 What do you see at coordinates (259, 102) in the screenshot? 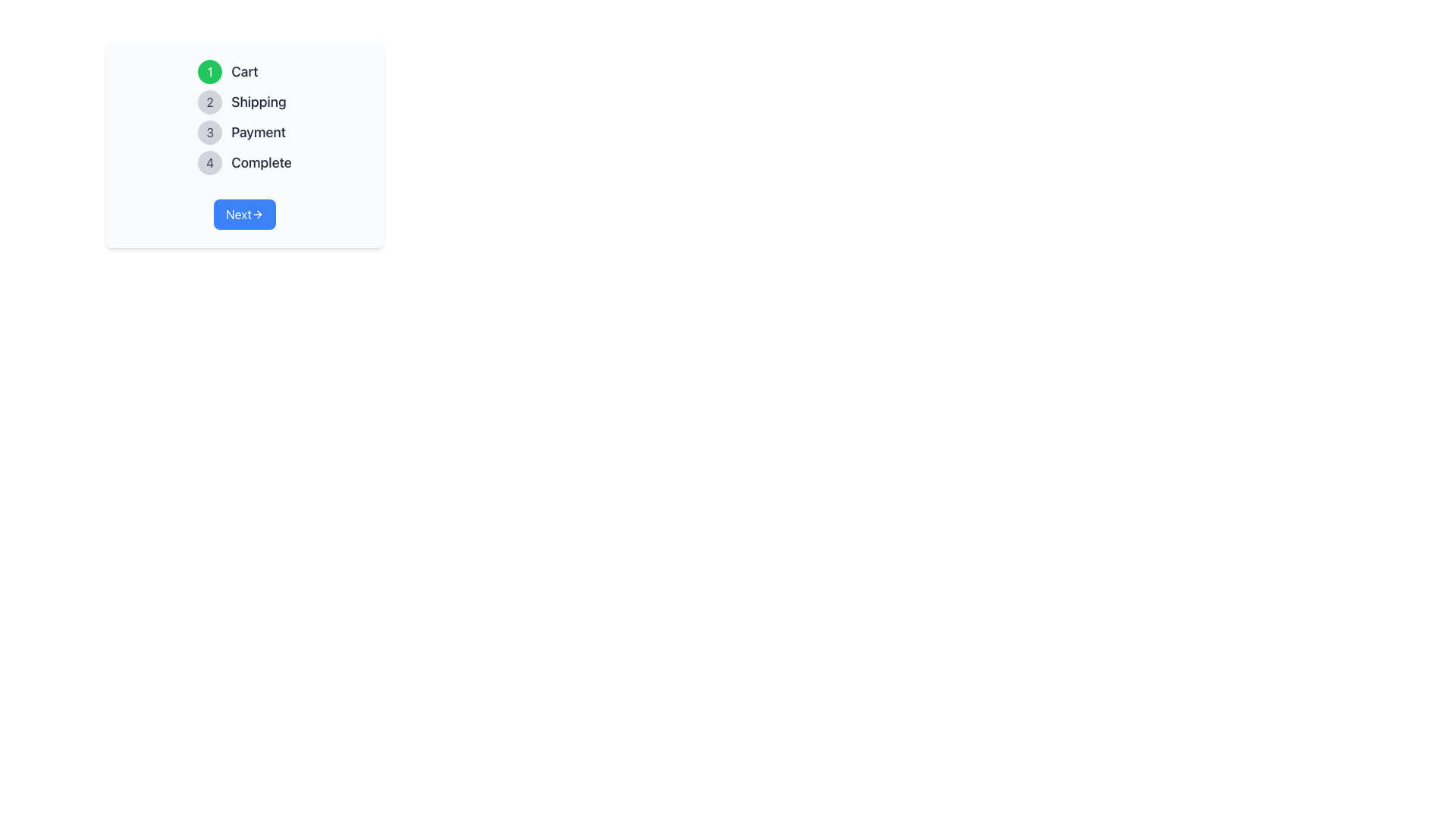
I see `the 'Shipping' label, which is the second step in the navigation interface, positioned below the 'Cart' step and above the 'Payment' step` at bounding box center [259, 102].